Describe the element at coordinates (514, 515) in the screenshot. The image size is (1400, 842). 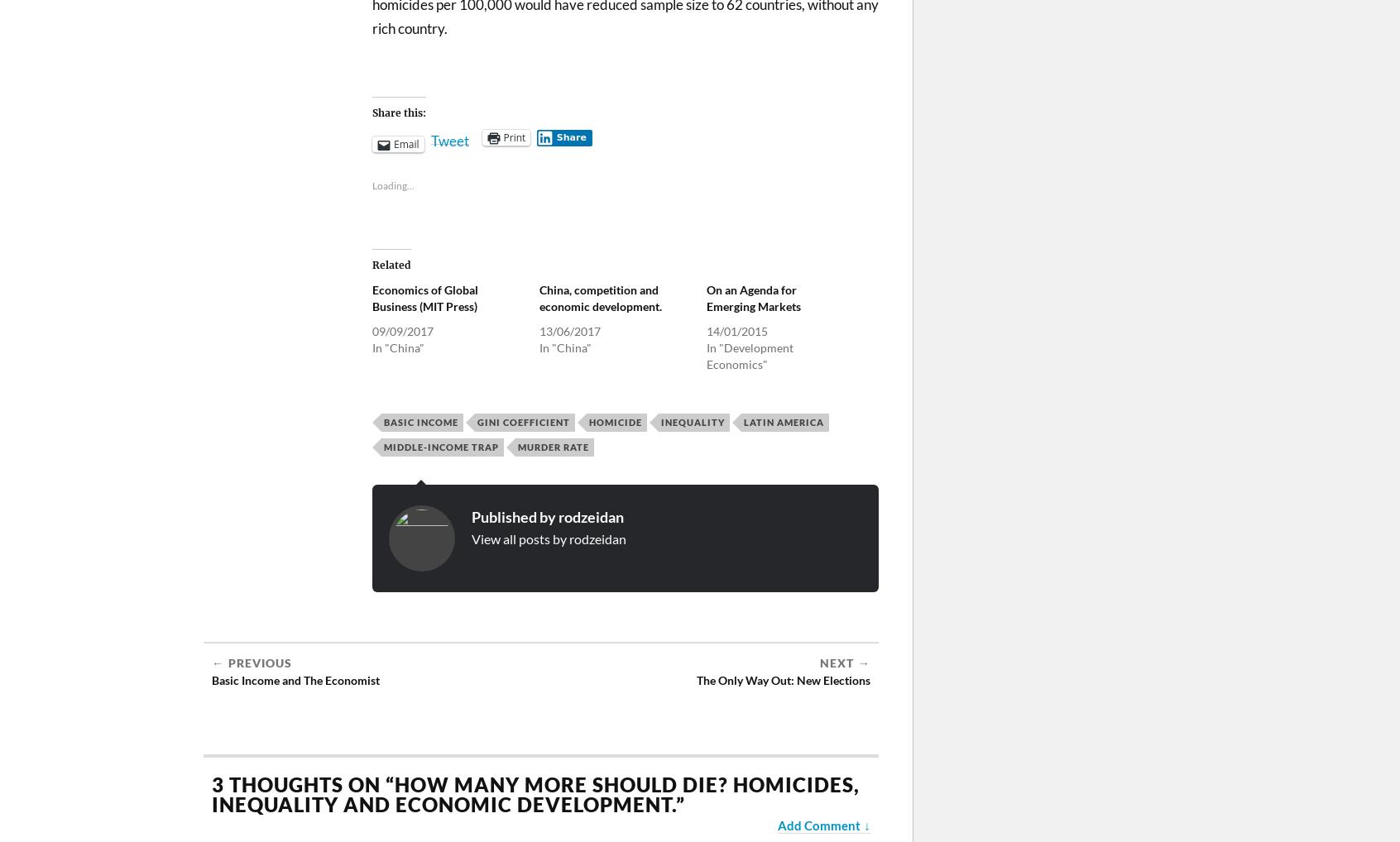
I see `'Published by'` at that location.